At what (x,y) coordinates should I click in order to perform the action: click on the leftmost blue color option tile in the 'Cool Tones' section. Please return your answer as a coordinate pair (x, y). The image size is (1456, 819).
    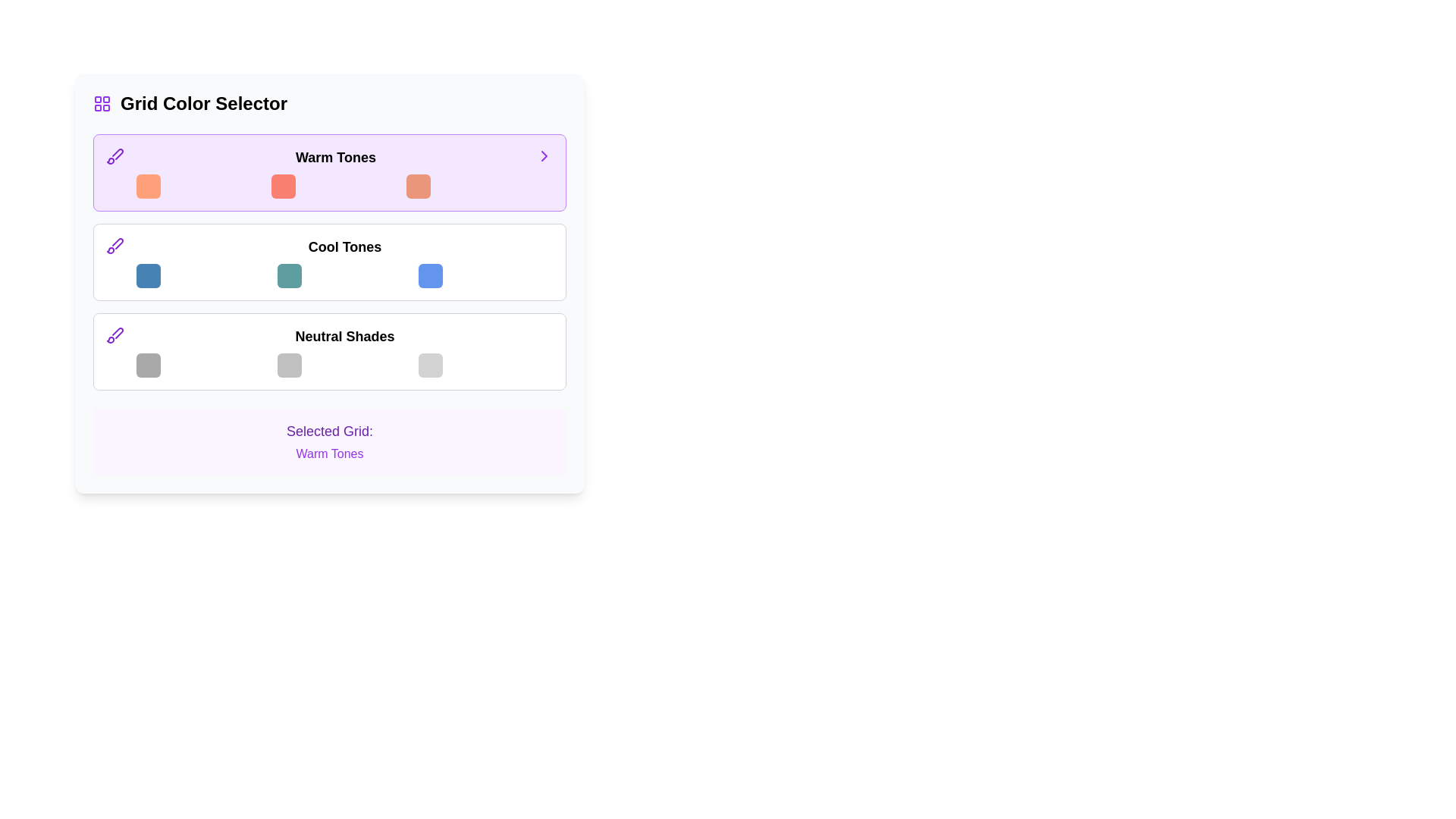
    Looking at the image, I should click on (149, 275).